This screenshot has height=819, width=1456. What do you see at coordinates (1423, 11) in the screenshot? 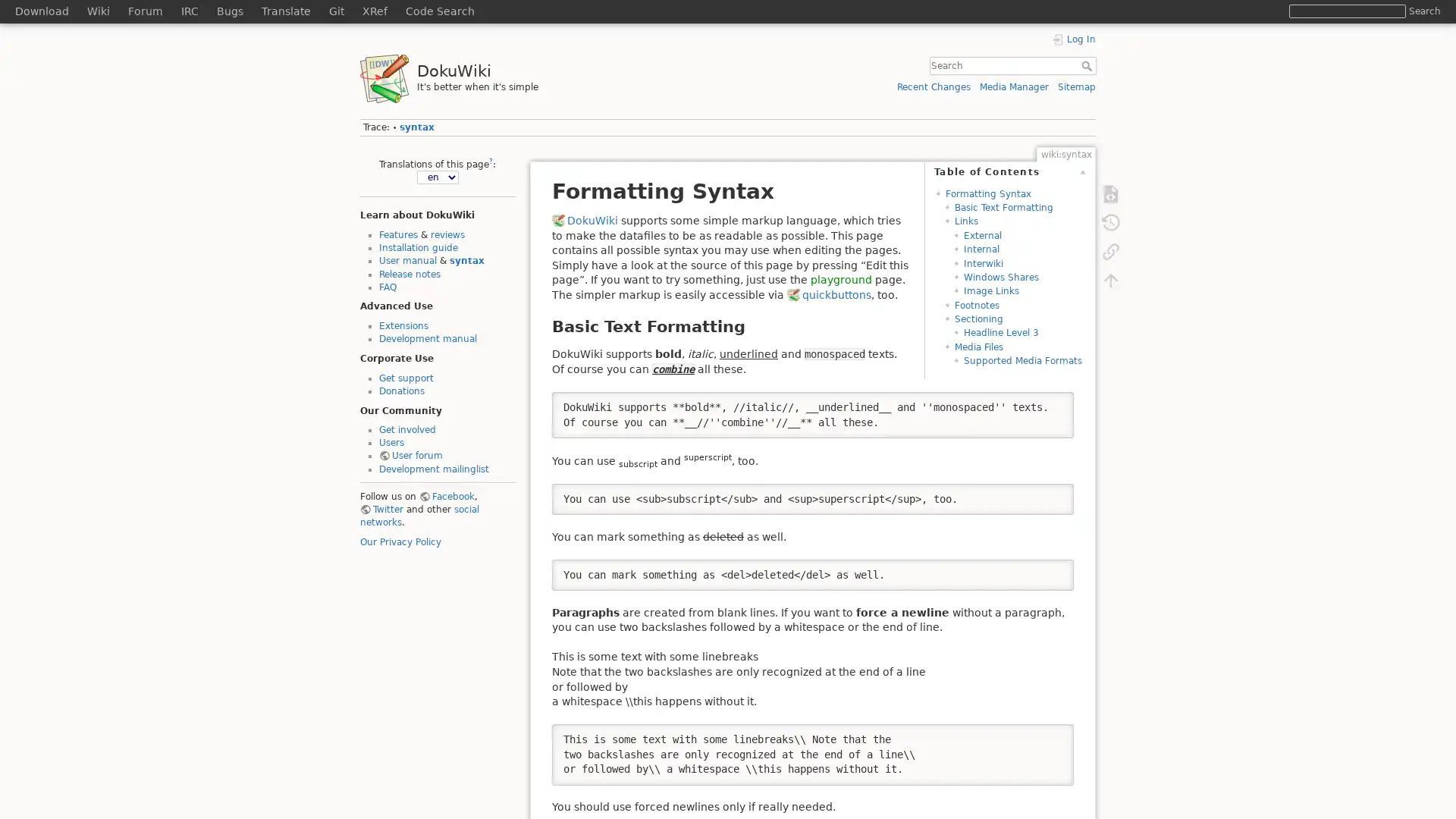
I see `Search` at bounding box center [1423, 11].